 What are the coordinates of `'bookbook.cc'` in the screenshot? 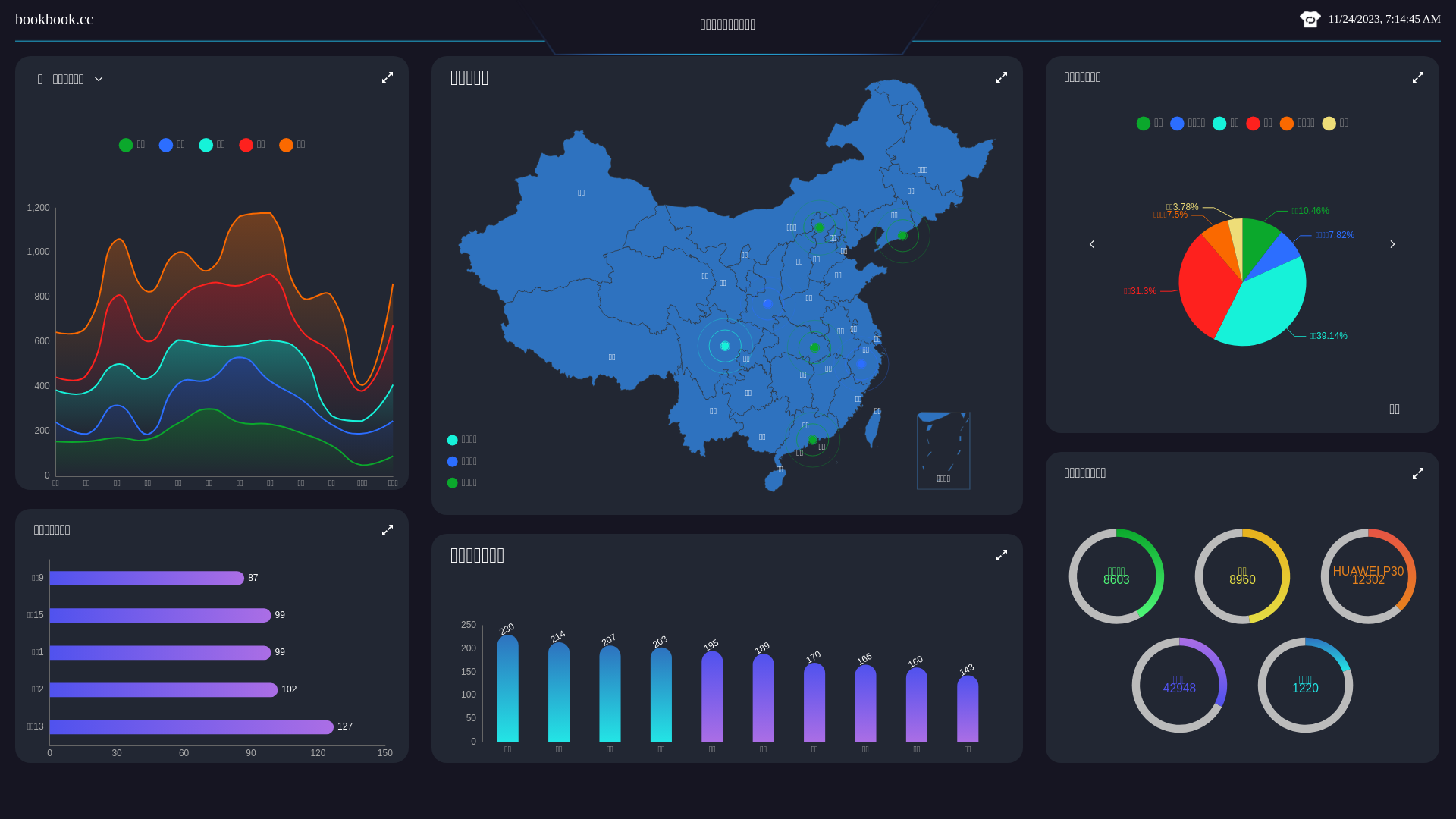 It's located at (54, 18).